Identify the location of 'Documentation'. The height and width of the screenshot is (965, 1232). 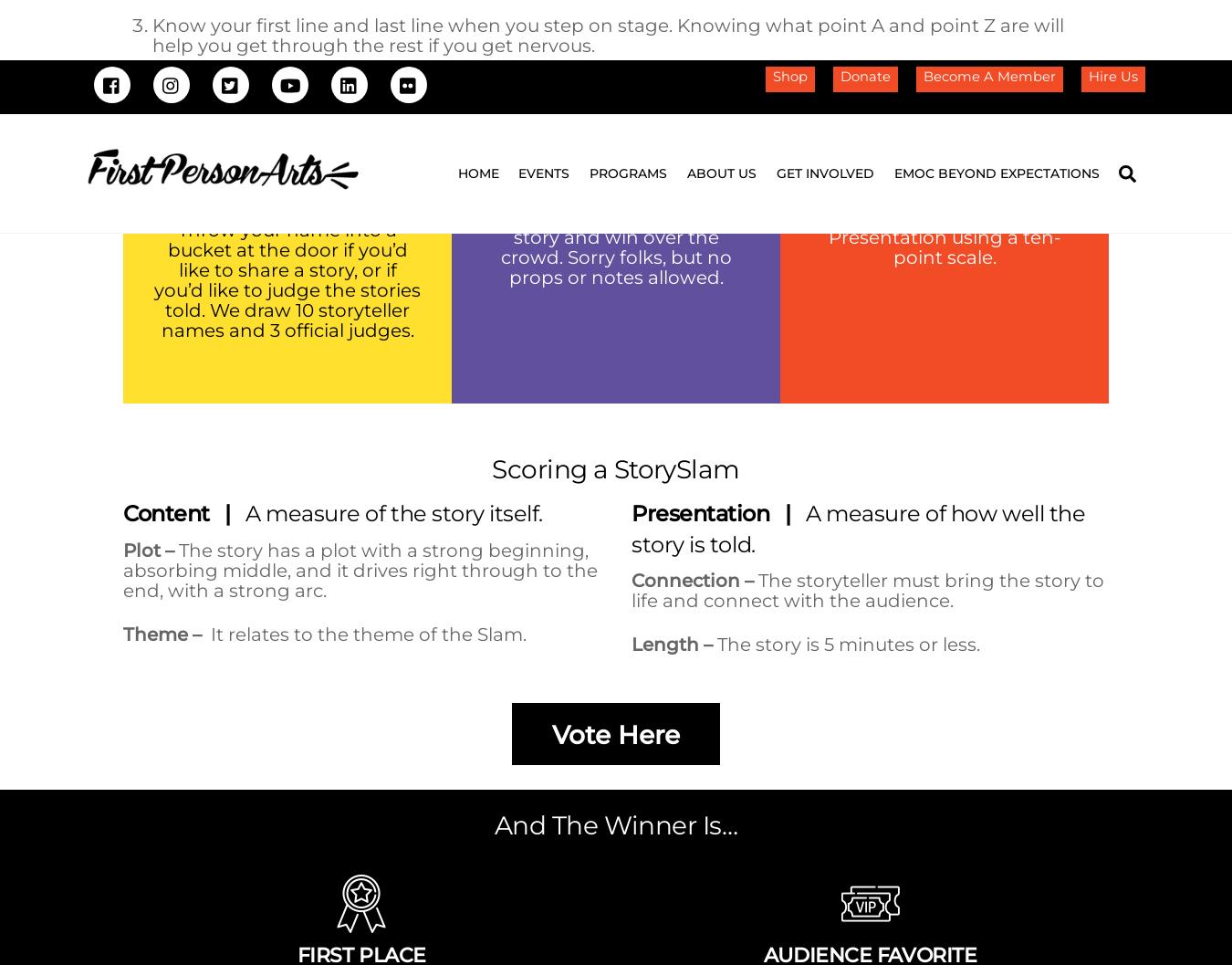
(250, 625).